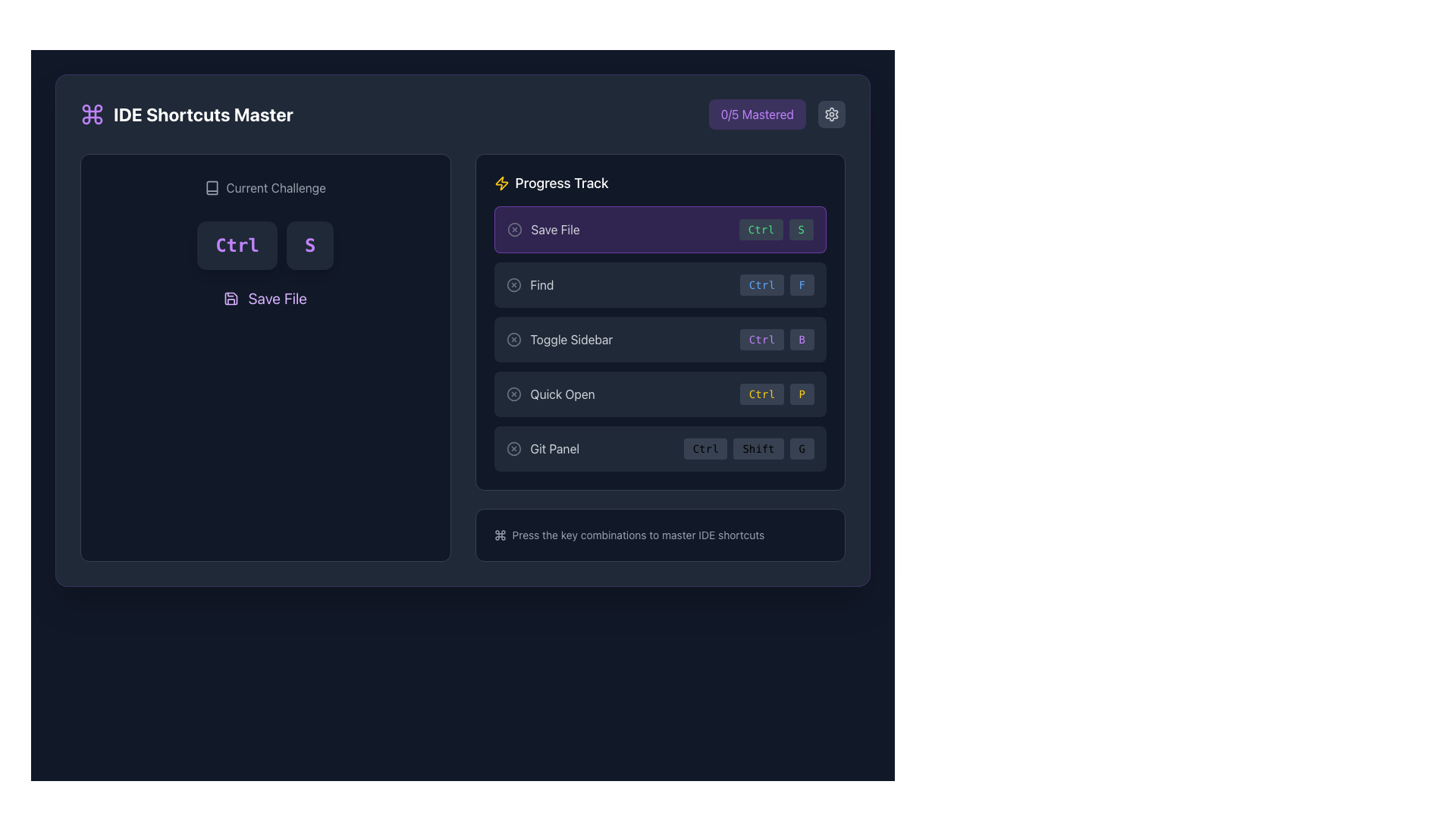 Image resolution: width=1456 pixels, height=819 pixels. I want to click on the visual presence of the 'Save File' icon located in the 'Progress Track' section, positioned immediately to the left of the 'Save File' text label, so click(501, 183).